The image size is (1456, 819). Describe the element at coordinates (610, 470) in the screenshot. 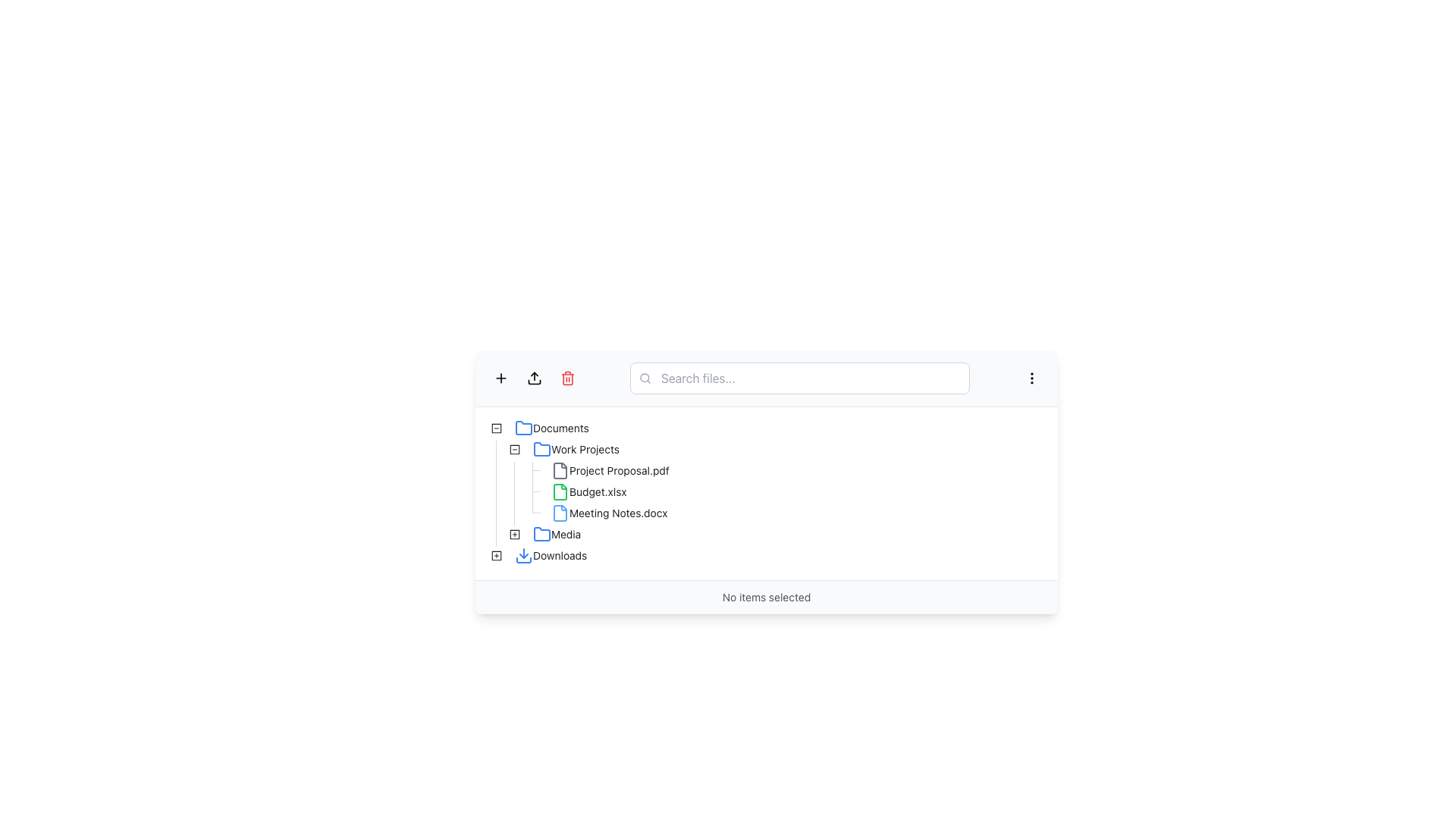

I see `the file entry 'Project Proposal.pdf' located within the 'Work Projects' folder` at that location.